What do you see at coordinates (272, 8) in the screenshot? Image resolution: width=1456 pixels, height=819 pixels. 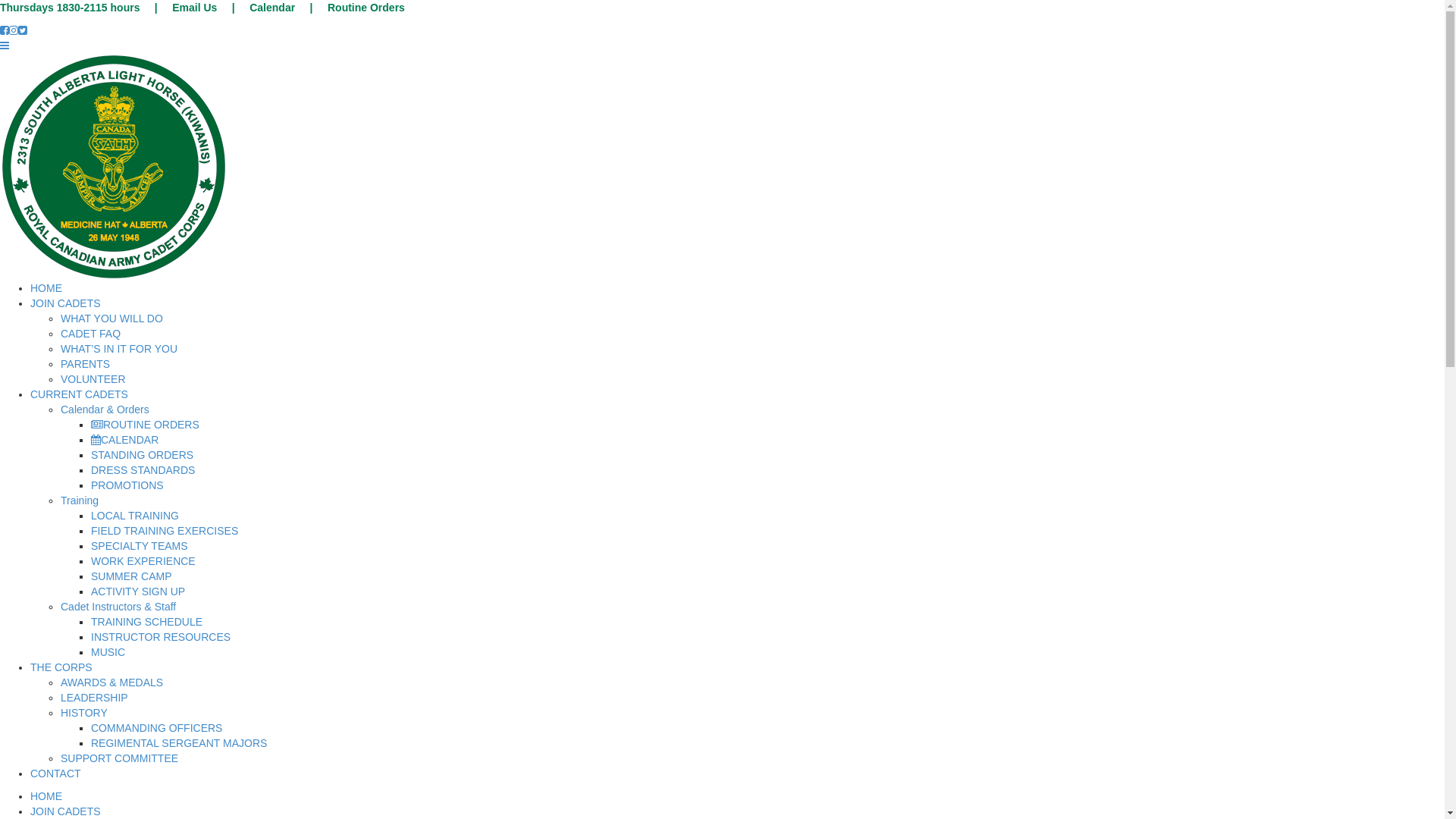 I see `'Calendar'` at bounding box center [272, 8].